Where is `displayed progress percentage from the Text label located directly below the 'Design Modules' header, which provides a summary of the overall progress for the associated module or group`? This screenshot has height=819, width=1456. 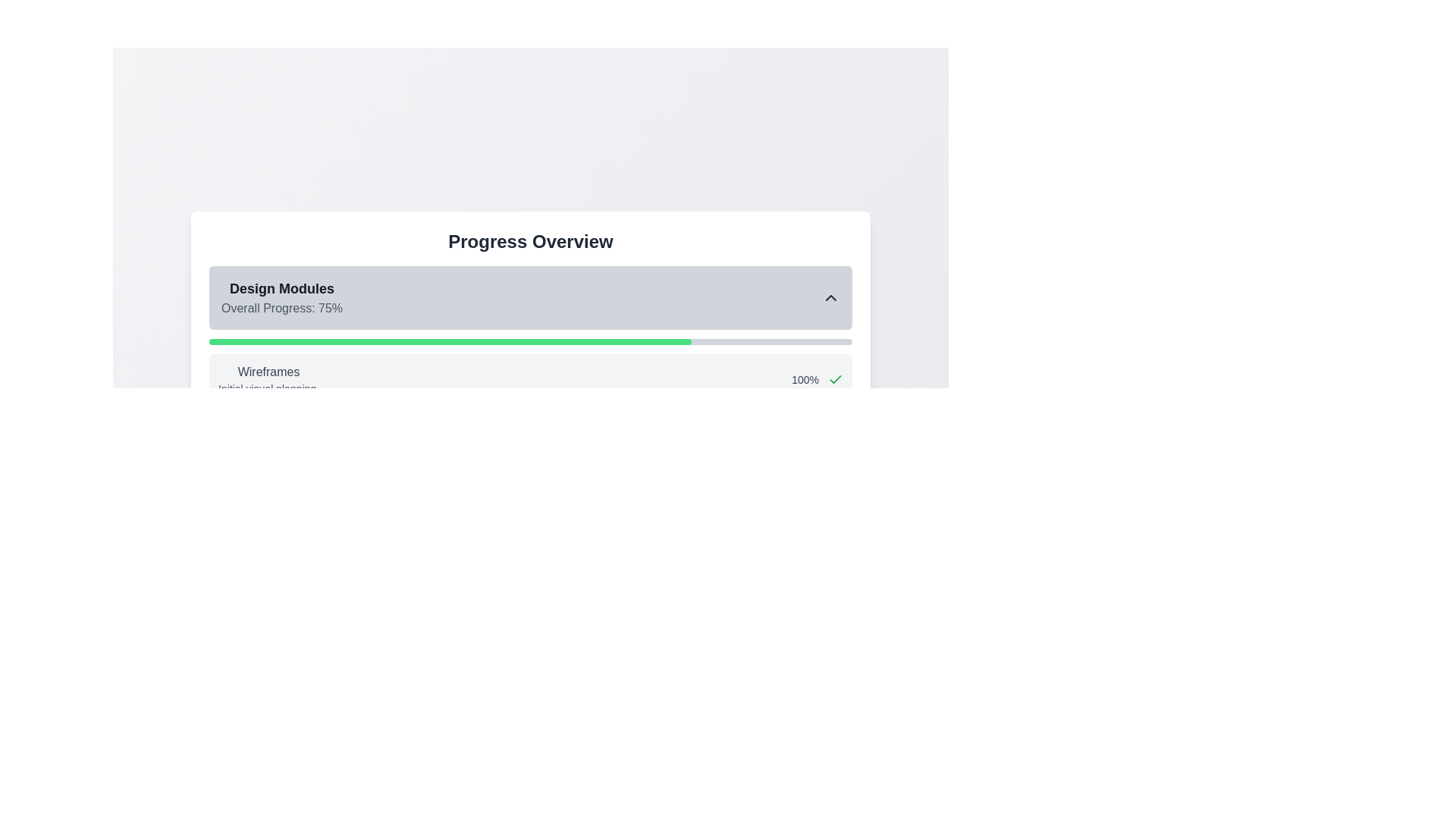 displayed progress percentage from the Text label located directly below the 'Design Modules' header, which provides a summary of the overall progress for the associated module or group is located at coordinates (282, 308).